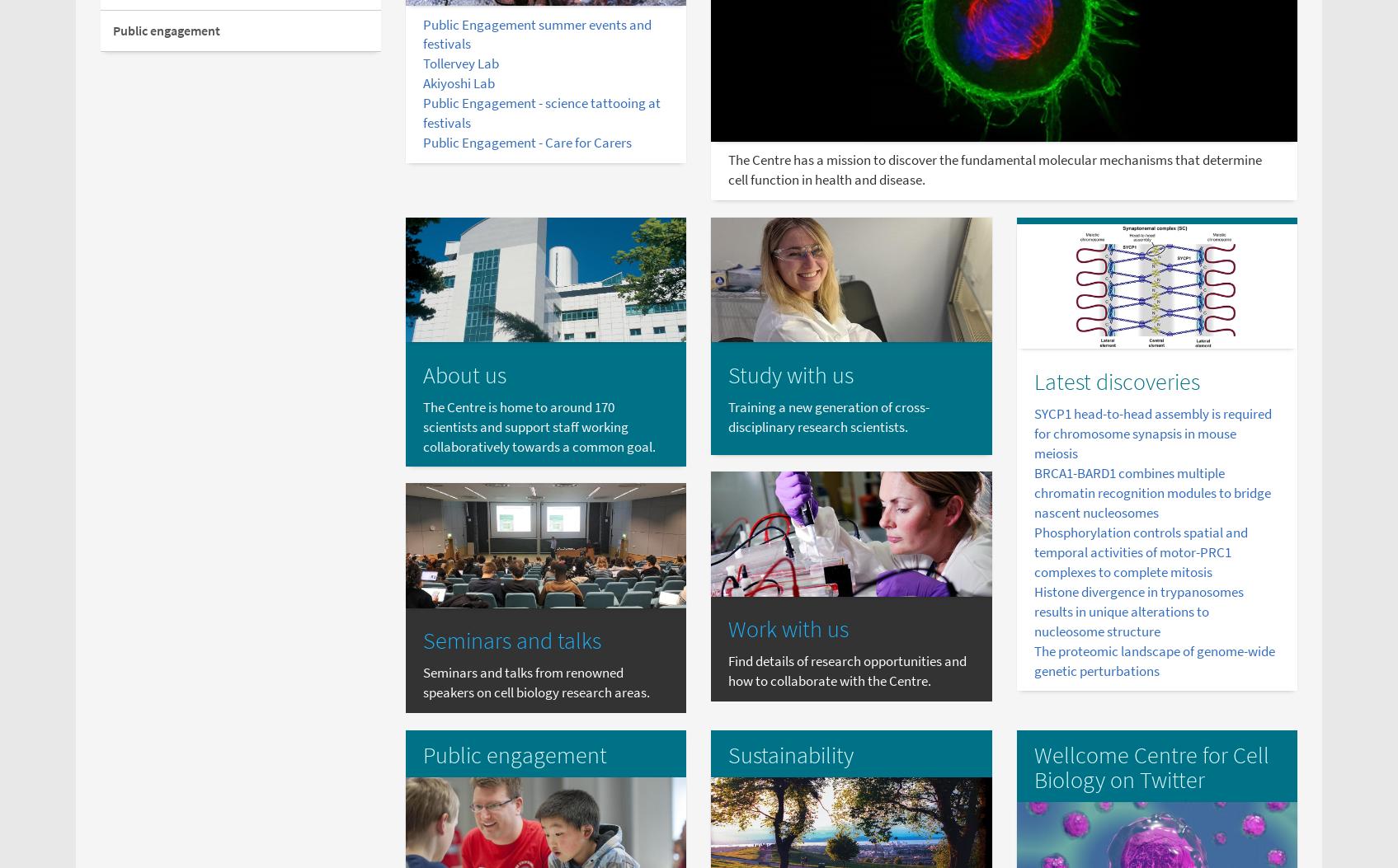 This screenshot has height=868, width=1398. Describe the element at coordinates (421, 373) in the screenshot. I see `'About us'` at that location.